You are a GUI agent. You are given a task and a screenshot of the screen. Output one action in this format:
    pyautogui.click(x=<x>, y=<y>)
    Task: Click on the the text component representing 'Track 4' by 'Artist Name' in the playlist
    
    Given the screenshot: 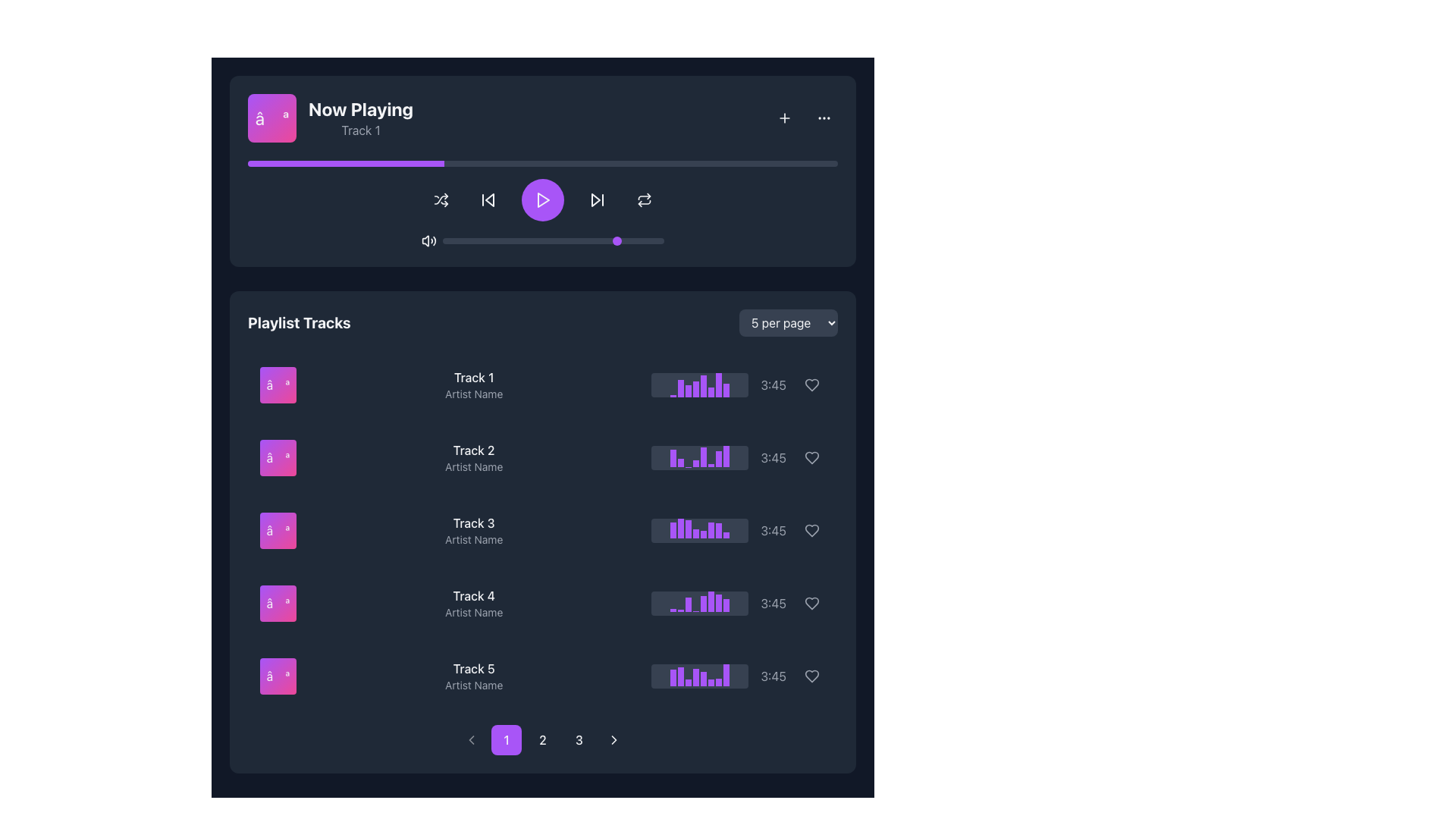 What is the action you would take?
    pyautogui.click(x=472, y=602)
    